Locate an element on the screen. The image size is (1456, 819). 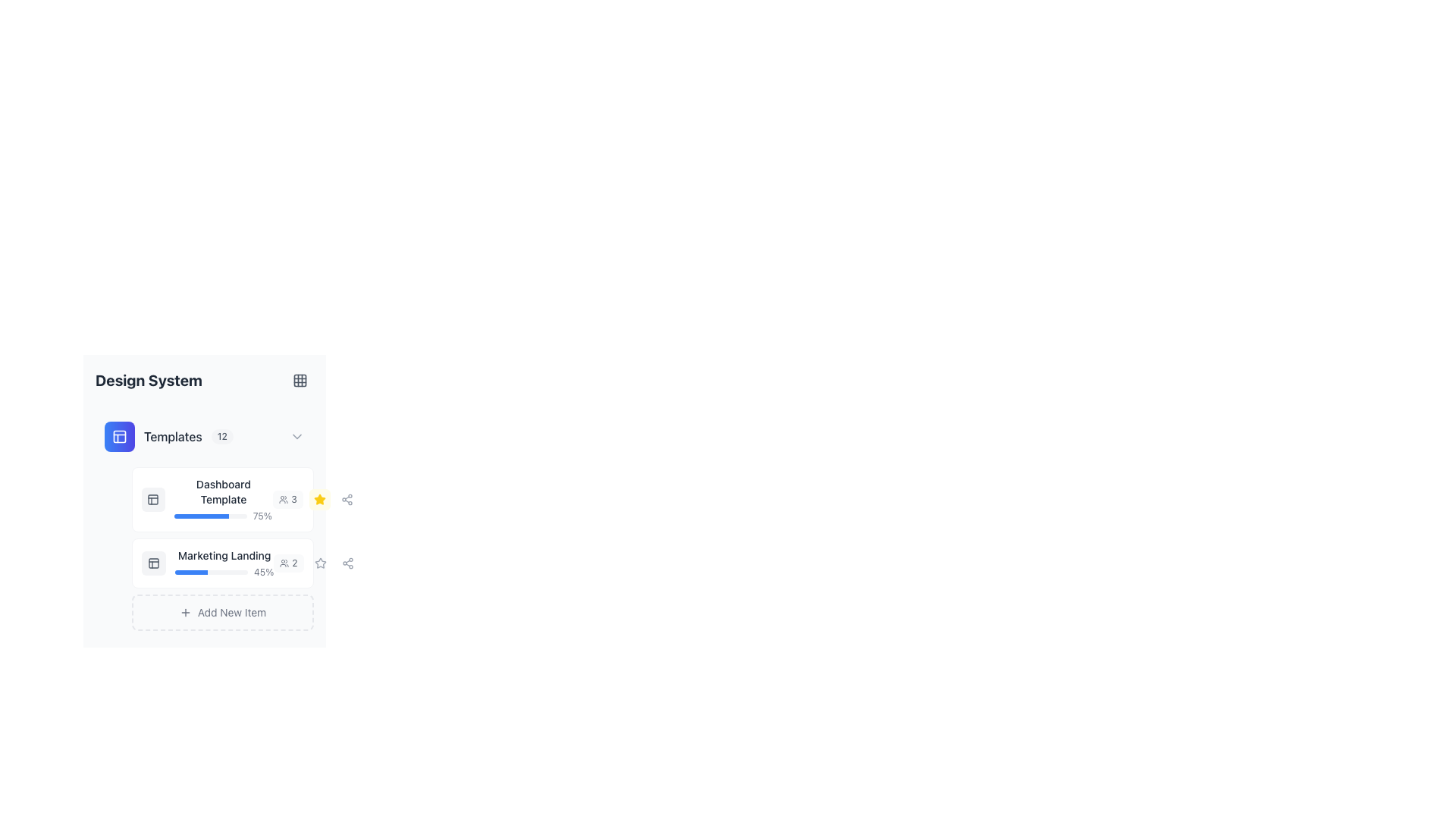
the 'Templates' text label, which is styled with a medium font weight and dark gray color, located on the left side of a section header next to a badge displaying the number '12' is located at coordinates (173, 436).